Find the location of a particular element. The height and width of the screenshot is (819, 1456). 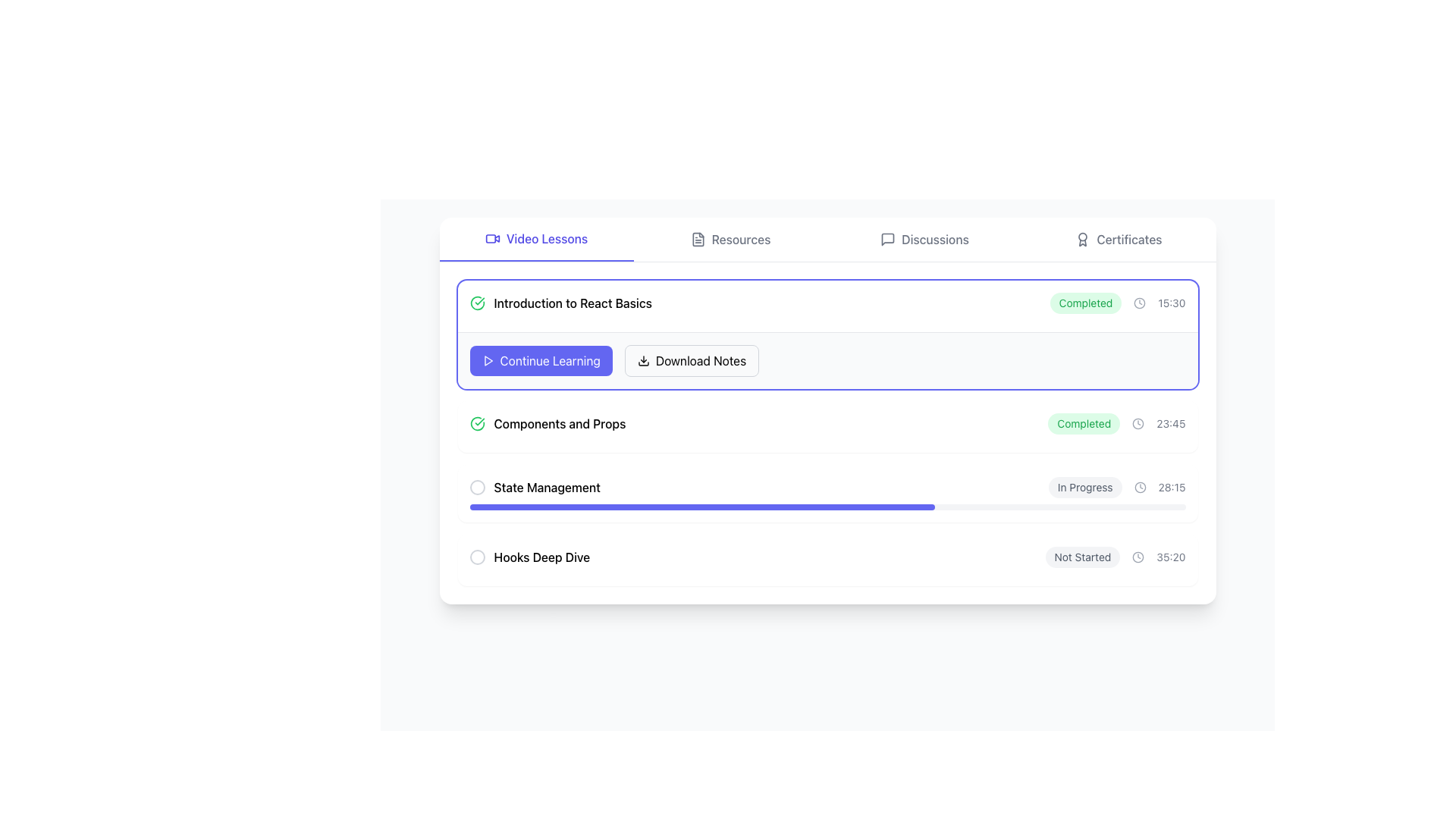

the clock icon located in the 'State Management' row, positioned right of the 'In Progress' status tag and just before the time display '28:15' is located at coordinates (1140, 488).